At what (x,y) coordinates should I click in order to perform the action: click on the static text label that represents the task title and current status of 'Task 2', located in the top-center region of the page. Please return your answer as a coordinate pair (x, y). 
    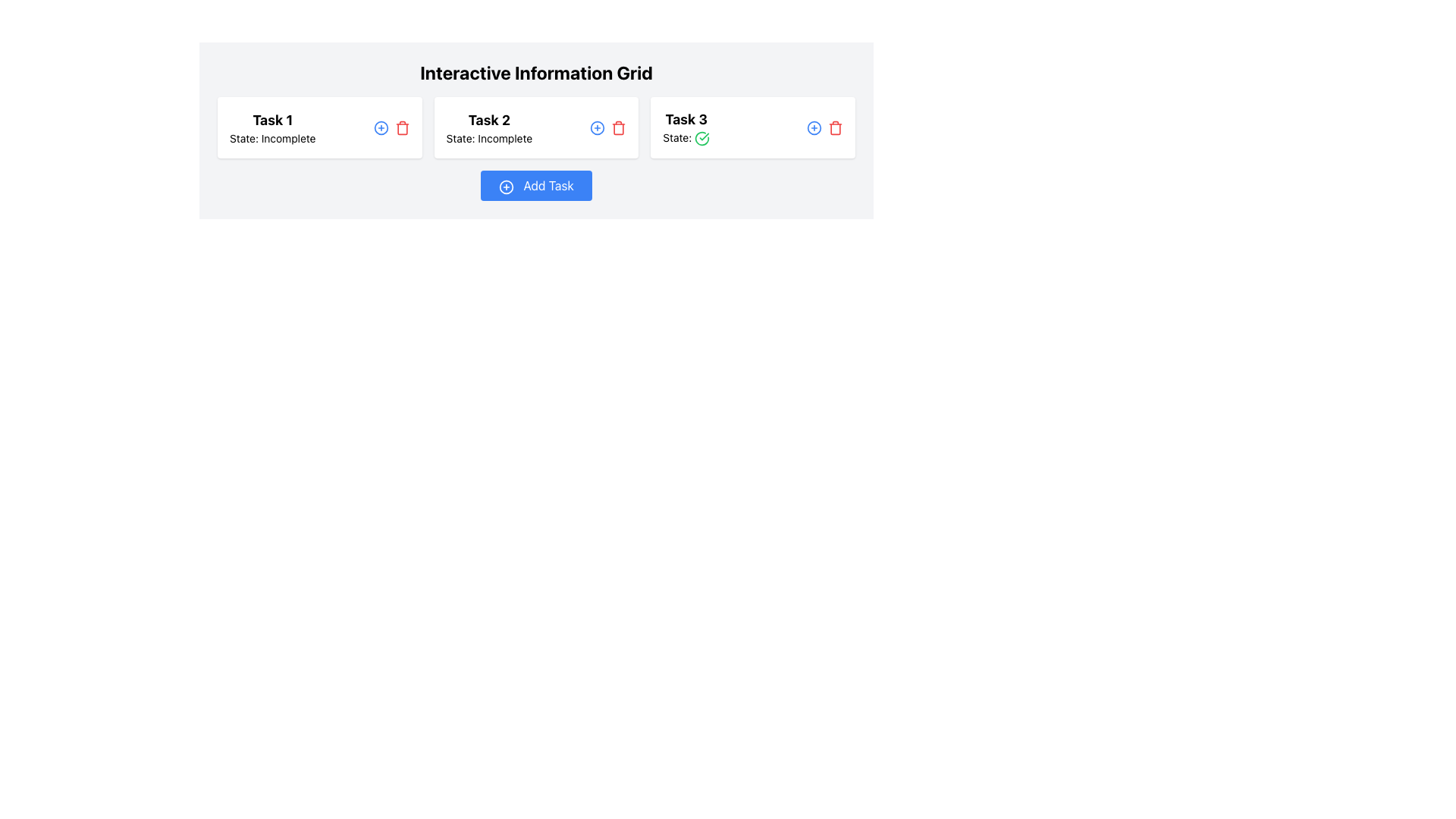
    Looking at the image, I should click on (489, 127).